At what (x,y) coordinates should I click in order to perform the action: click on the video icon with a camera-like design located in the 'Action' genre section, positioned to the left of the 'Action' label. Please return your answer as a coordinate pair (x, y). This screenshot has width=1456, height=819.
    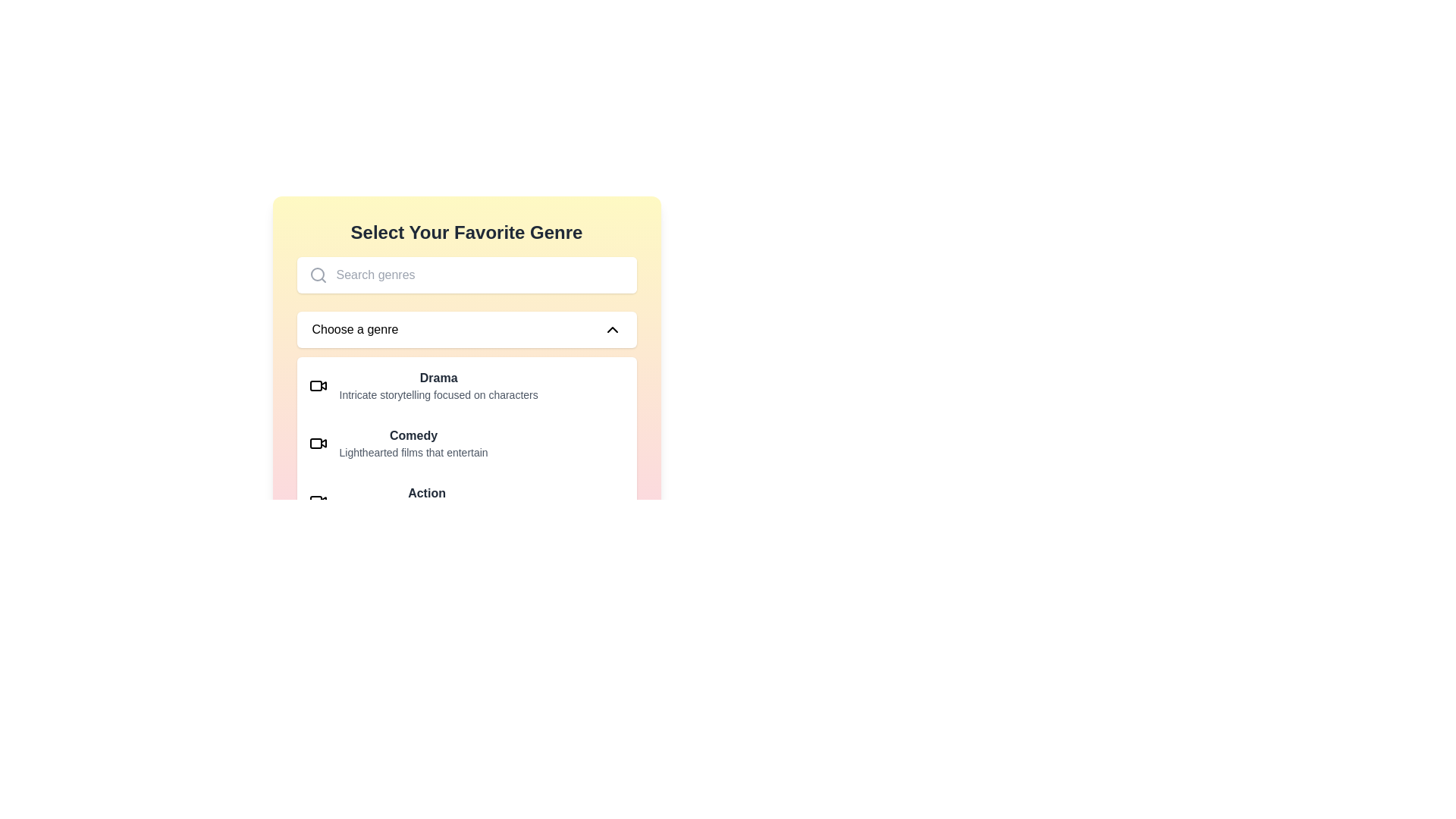
    Looking at the image, I should click on (317, 500).